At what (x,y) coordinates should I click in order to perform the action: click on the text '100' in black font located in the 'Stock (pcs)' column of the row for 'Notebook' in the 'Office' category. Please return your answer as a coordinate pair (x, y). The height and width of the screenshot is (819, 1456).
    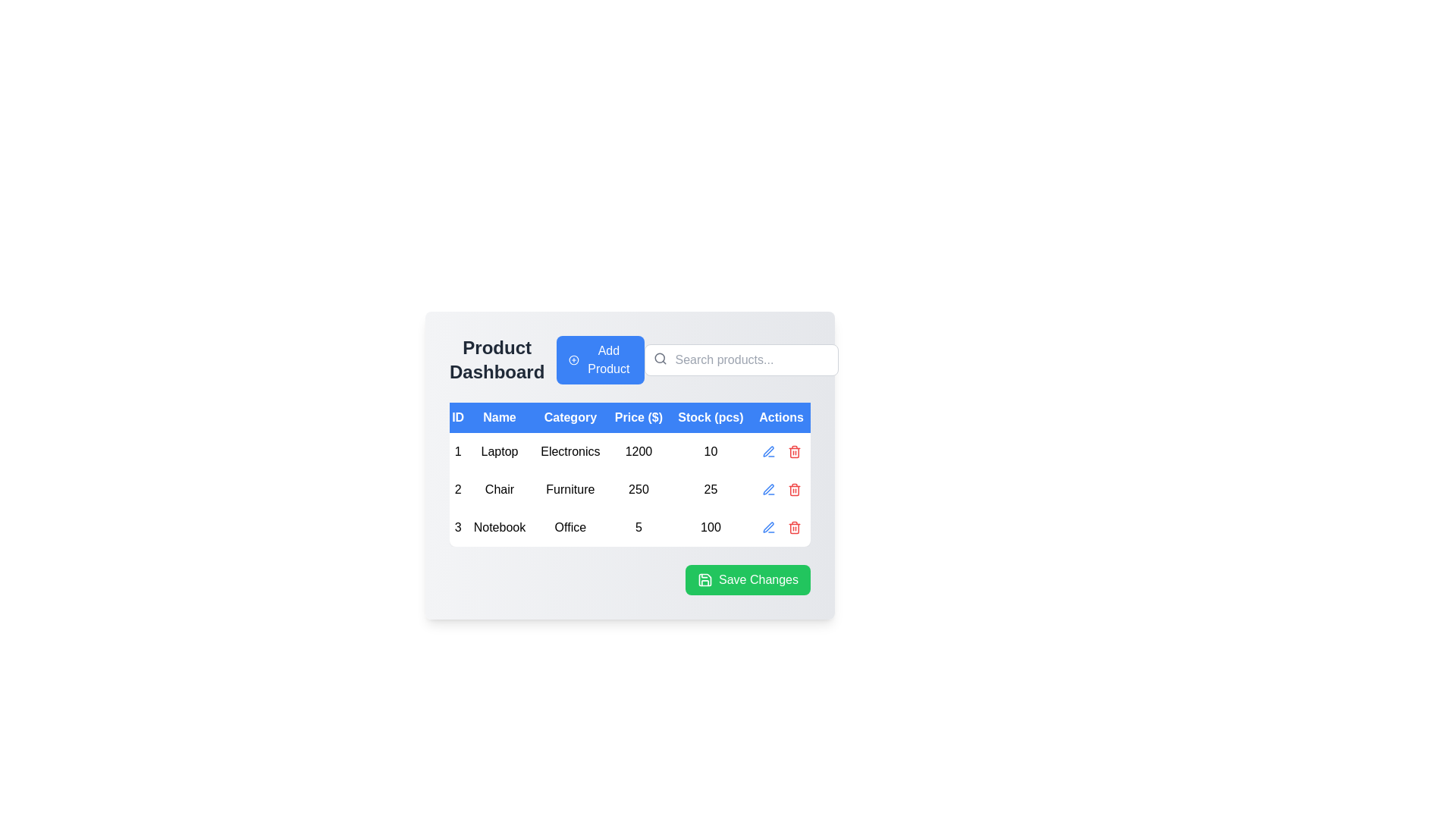
    Looking at the image, I should click on (710, 526).